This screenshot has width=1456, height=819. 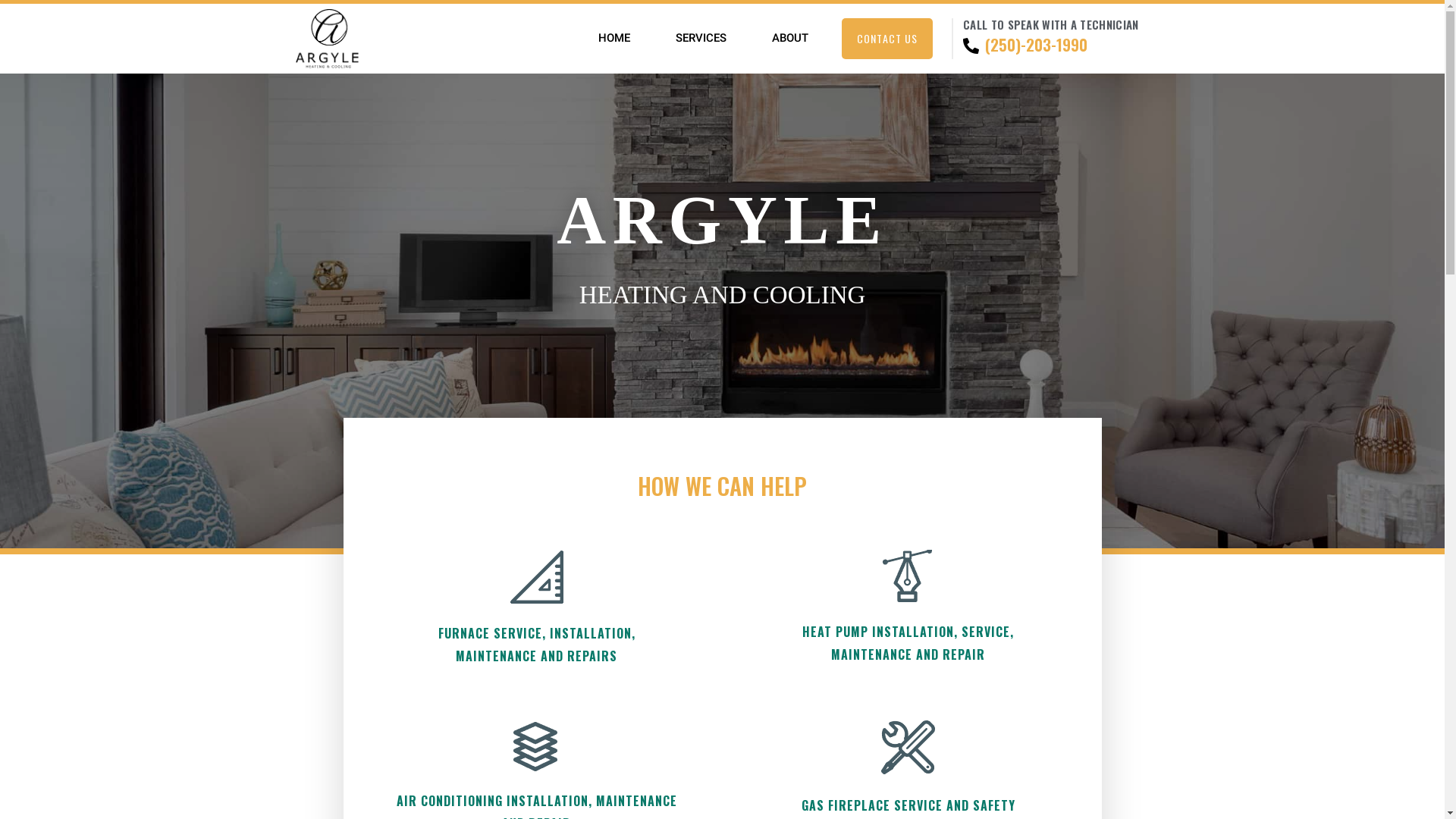 I want to click on 'SERVICES', so click(x=700, y=37).